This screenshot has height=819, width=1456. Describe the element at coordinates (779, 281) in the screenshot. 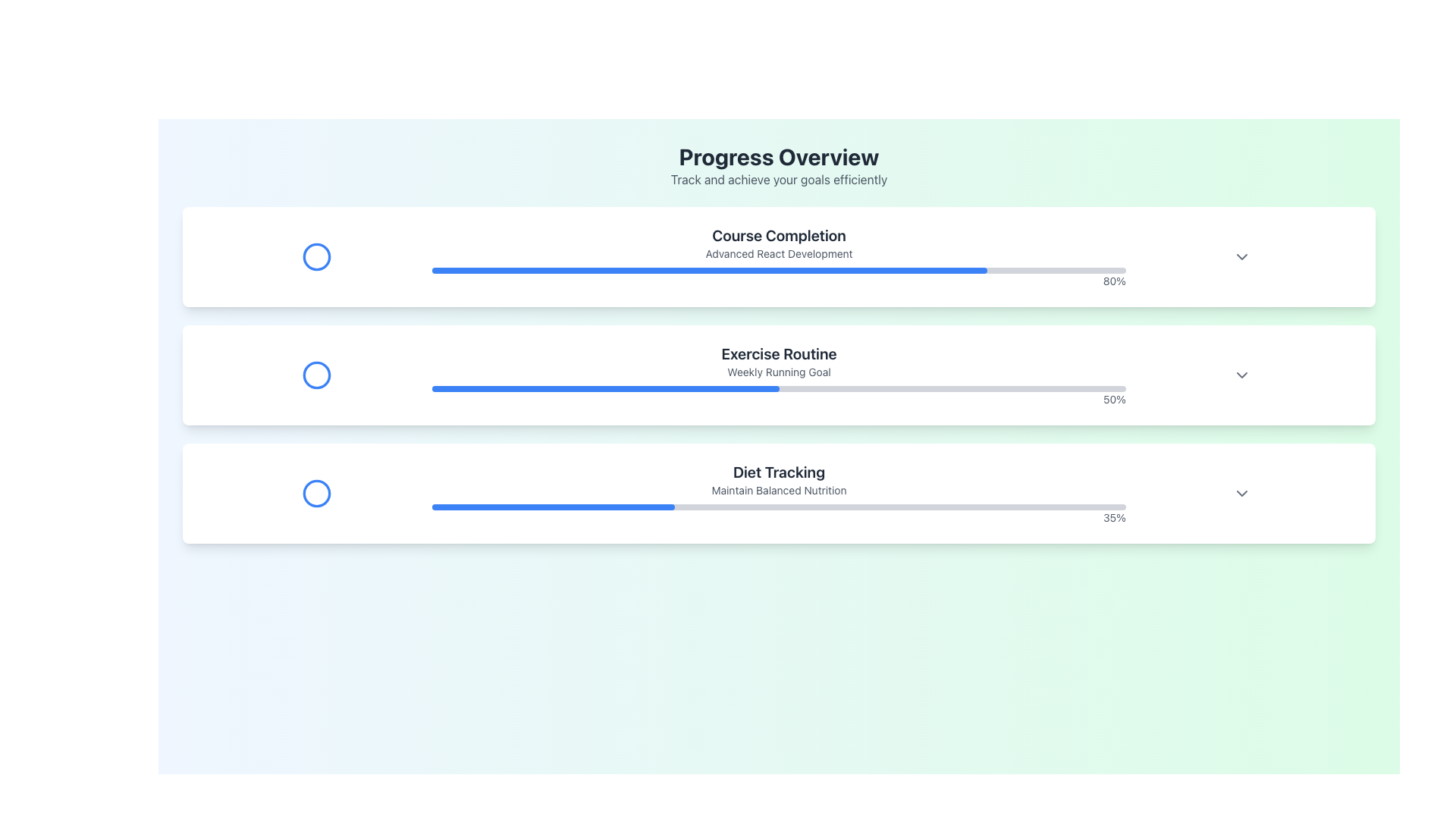

I see `the Text Display (Percentage Value) showing '80%' which is aligned to the right side of the progress bar in the 'Course Completion' section` at that location.